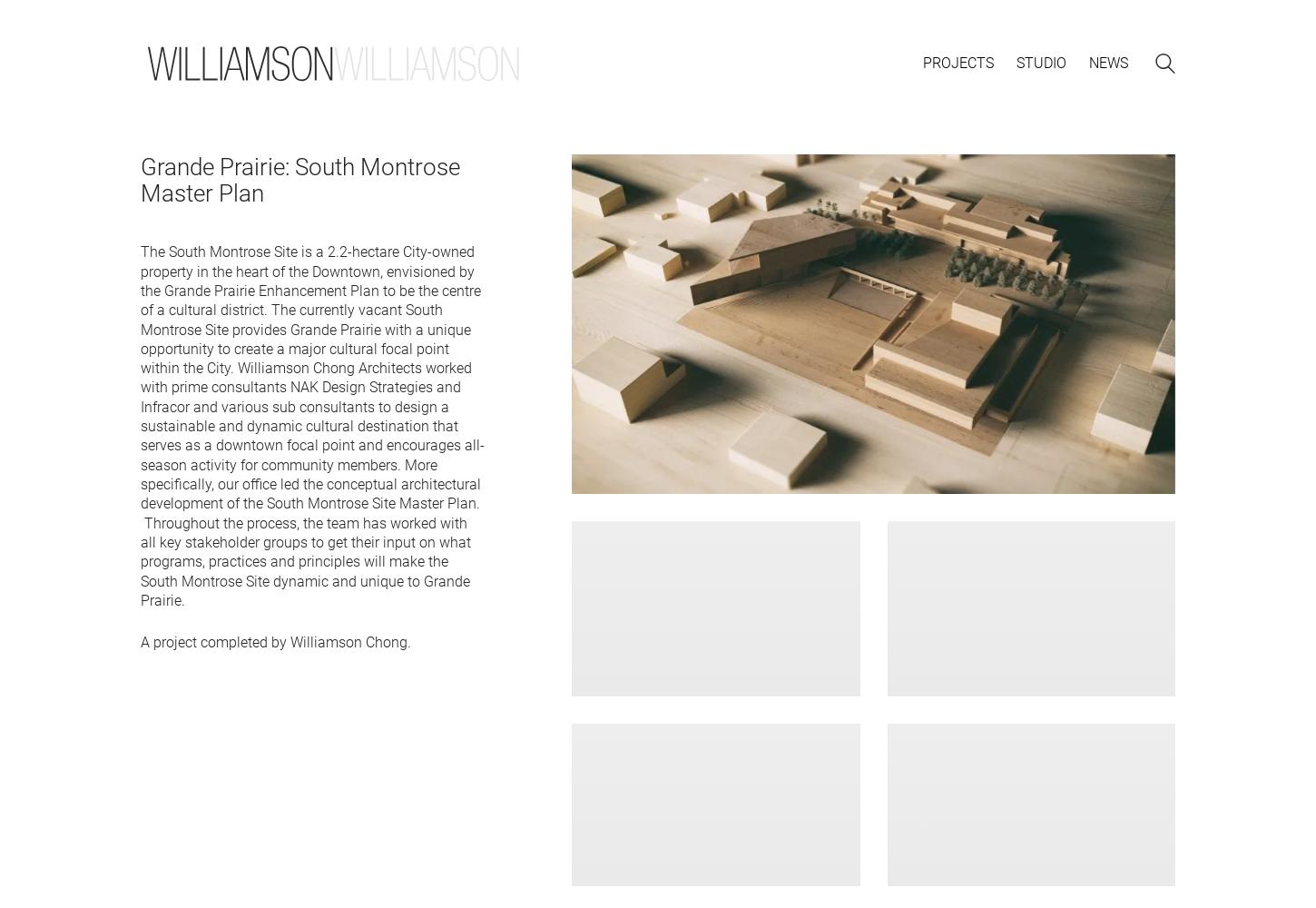 The height and width of the screenshot is (908, 1316). What do you see at coordinates (1008, 62) in the screenshot?
I see `'a'` at bounding box center [1008, 62].